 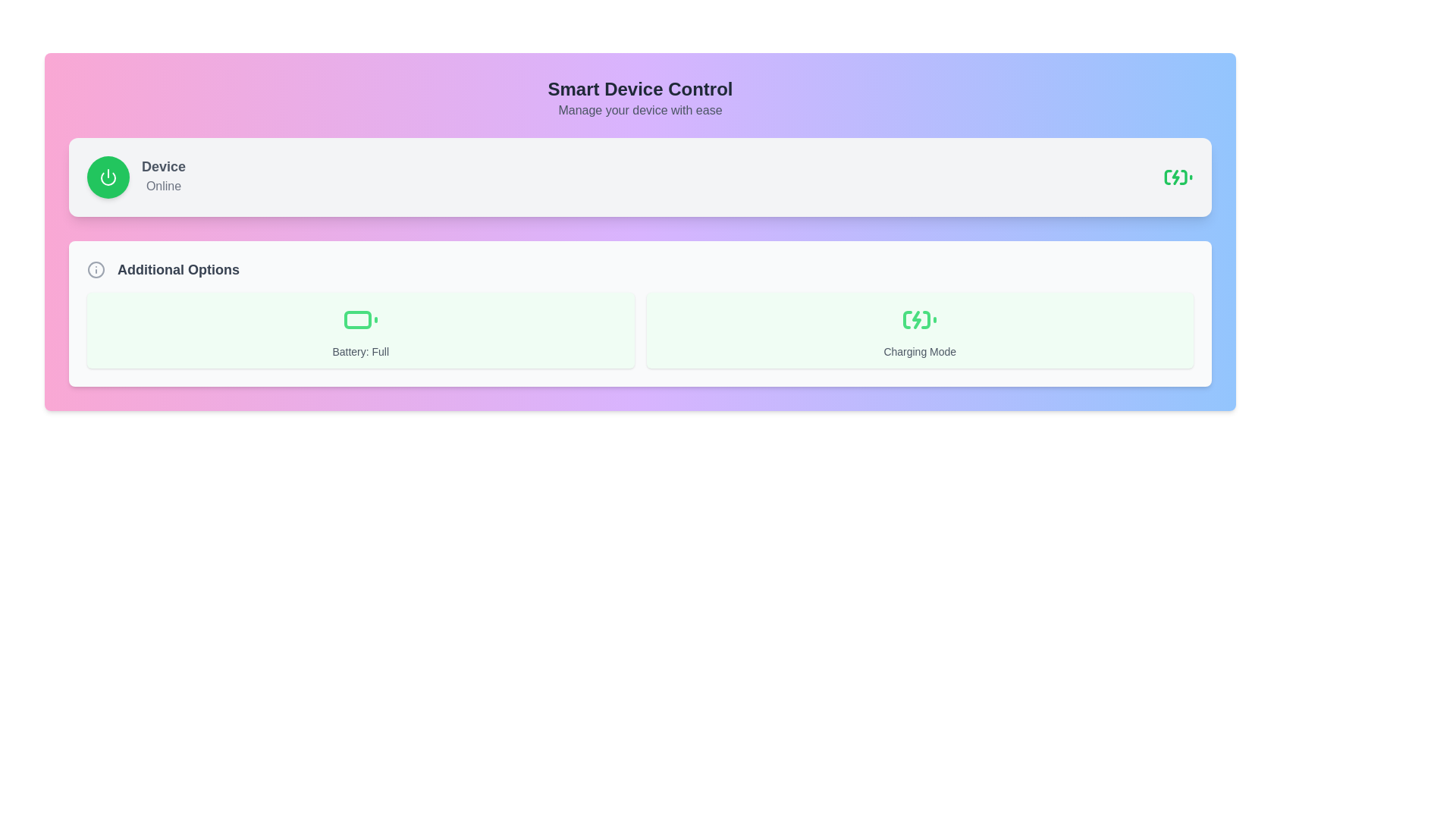 I want to click on the 'Charging Mode' text label, which is styled in a subdued gray font and located centrally below a green charging icon in the additional options section, so click(x=919, y=351).